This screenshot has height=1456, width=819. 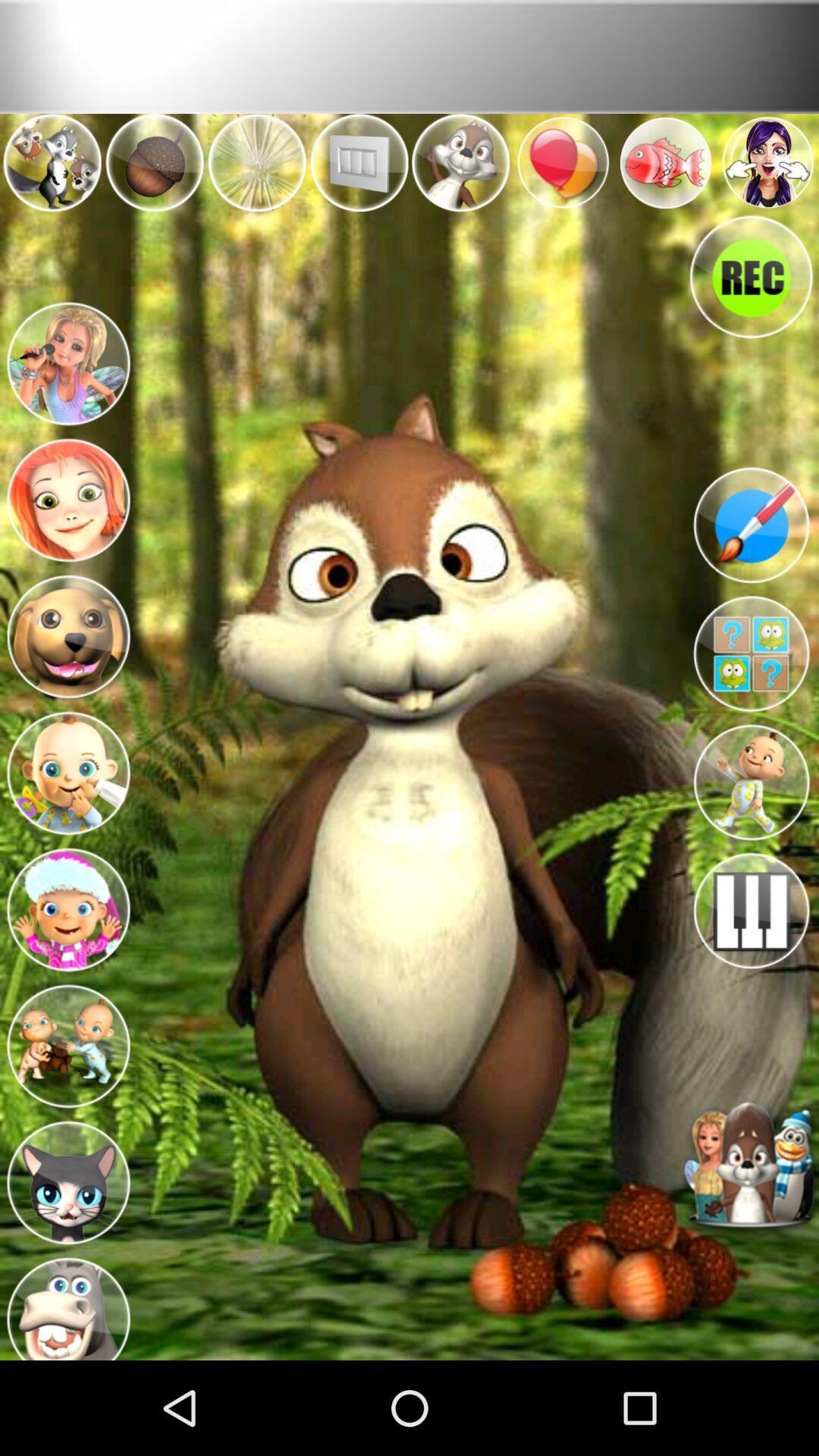 I want to click on music, so click(x=751, y=910).